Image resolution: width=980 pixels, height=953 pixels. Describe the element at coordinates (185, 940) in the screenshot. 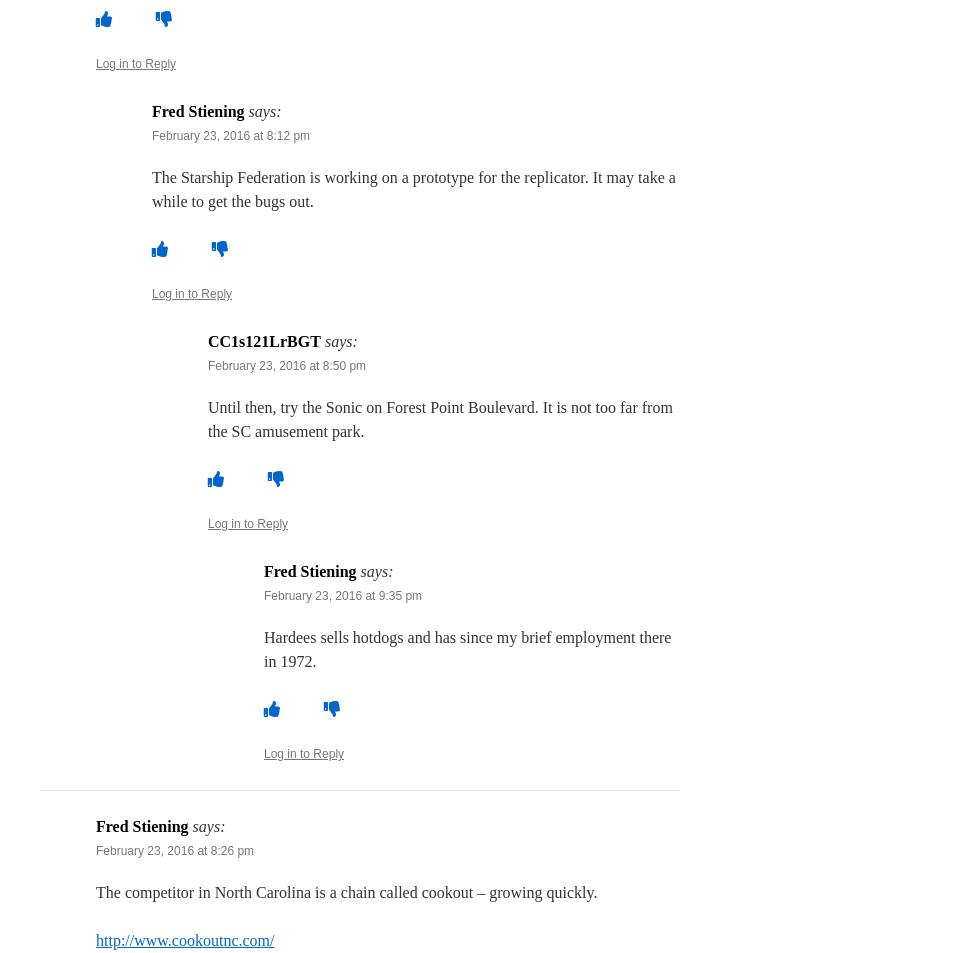

I see `'http://www.cookoutnc.com/'` at that location.